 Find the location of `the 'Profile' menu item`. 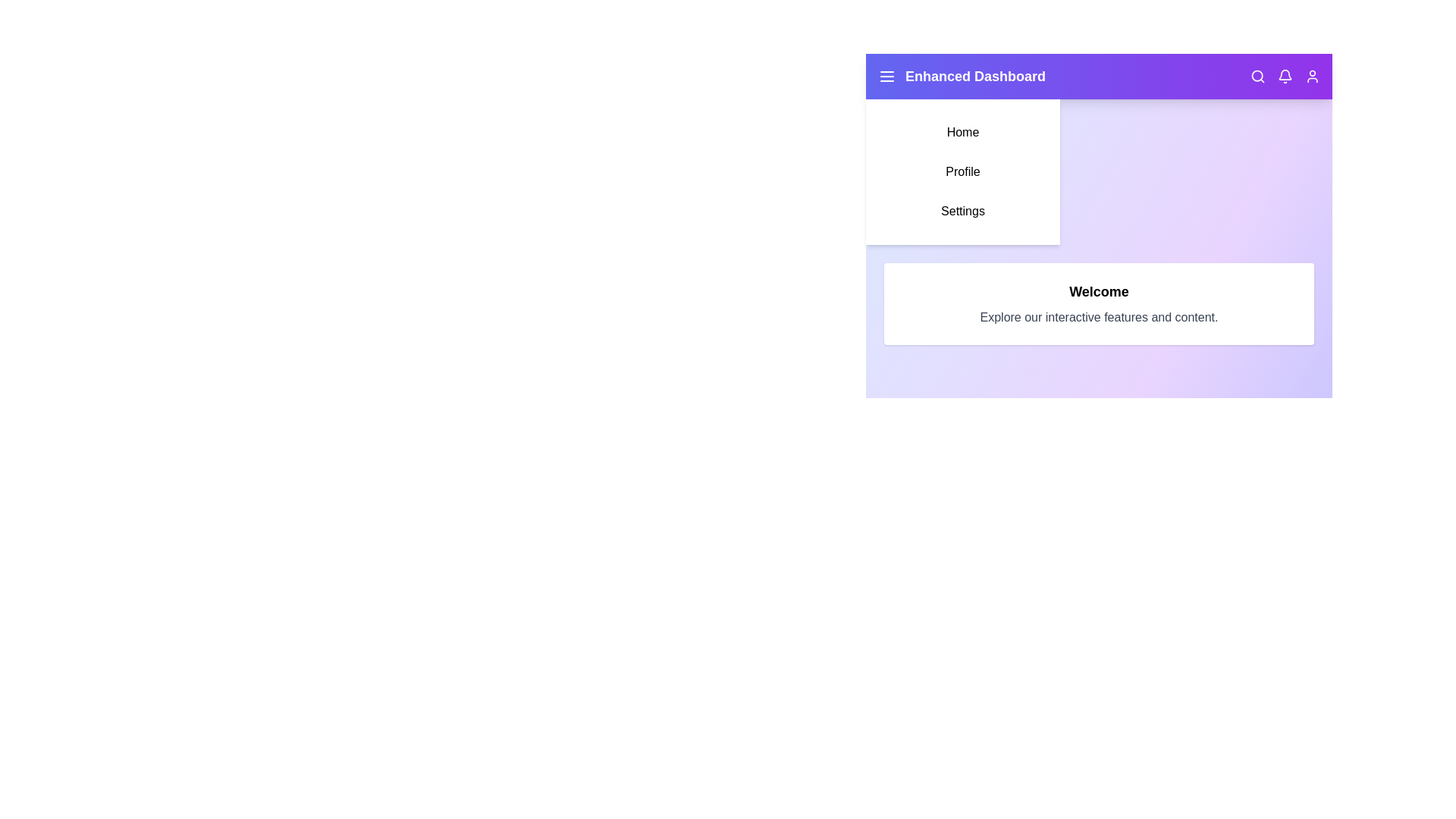

the 'Profile' menu item is located at coordinates (962, 171).